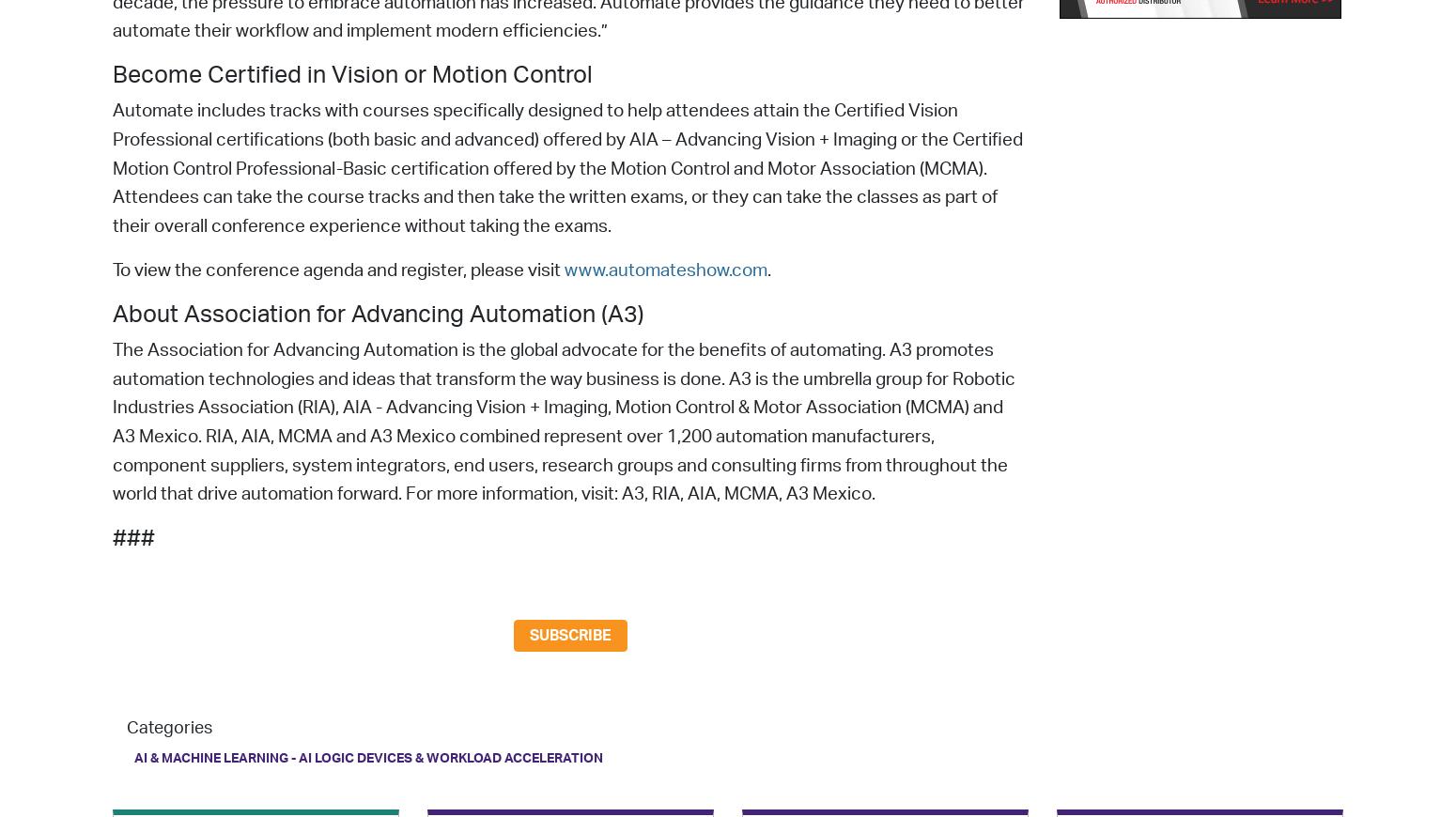 This screenshot has height=817, width=1456. I want to click on 'The Association for Advancing Automation is the global advocate for the benefits of automating. A3 promotes automation technologies and ideas that transform the way business is done. A3 is the umbrella group for Robotic Industries Association (RIA), AIA - Advancing Vision + Imaging, Motion Control & Motor Association (MCMA) and A3 Mexico. RIA, AIA, MCMA and A3 Mexico combined represent over 1,200 automation manufacturers, component suppliers, system integrators, end users, research groups and consulting firms from throughout the world that drive automation forward. For more information, visit: A3, RIA, AIA, MCMA, A3 Mexico.', so click(564, 421).